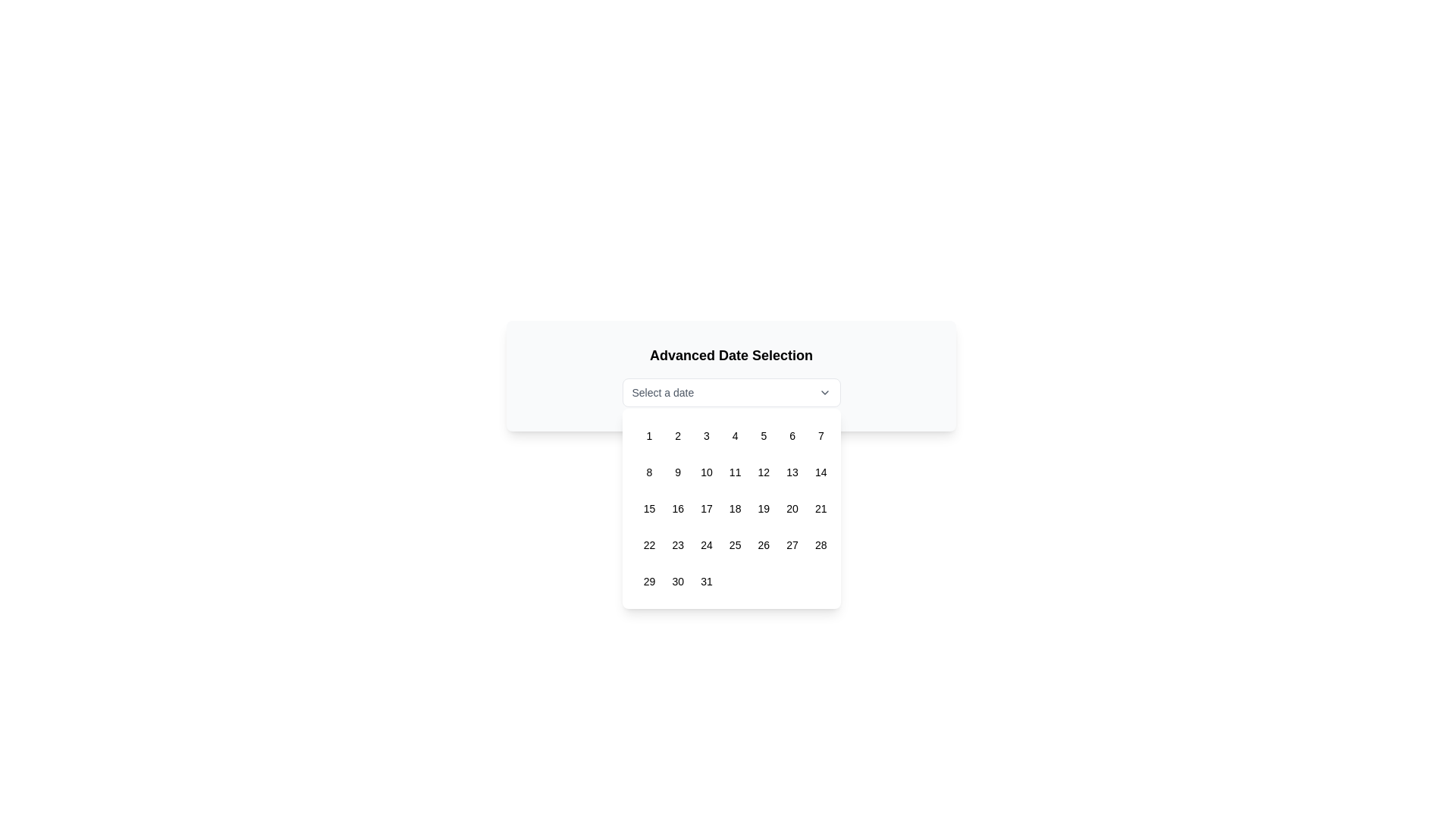  What do you see at coordinates (705, 472) in the screenshot?
I see `the rounded rectangular button displaying the number '10' in bold font` at bounding box center [705, 472].